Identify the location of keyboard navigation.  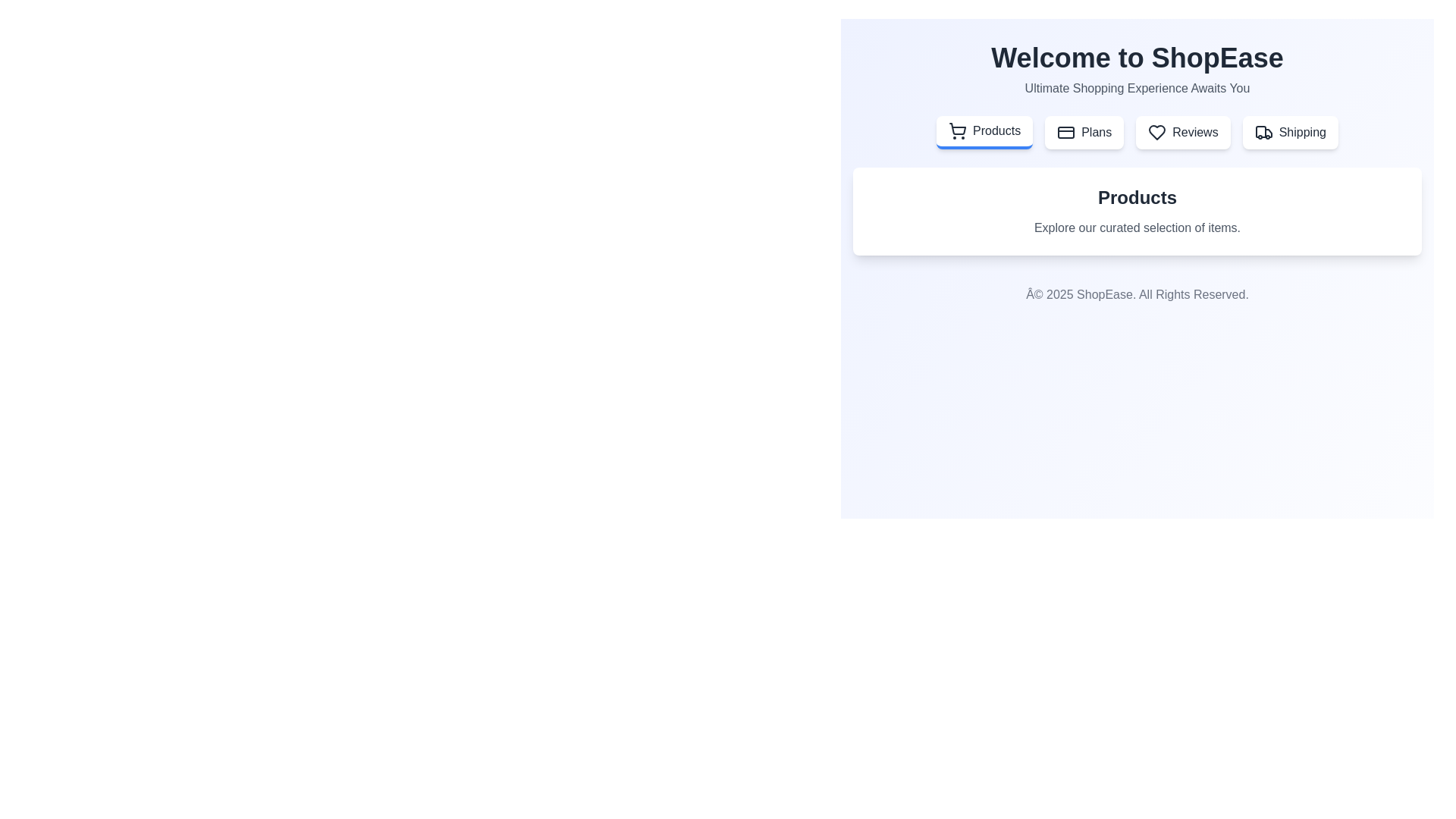
(984, 131).